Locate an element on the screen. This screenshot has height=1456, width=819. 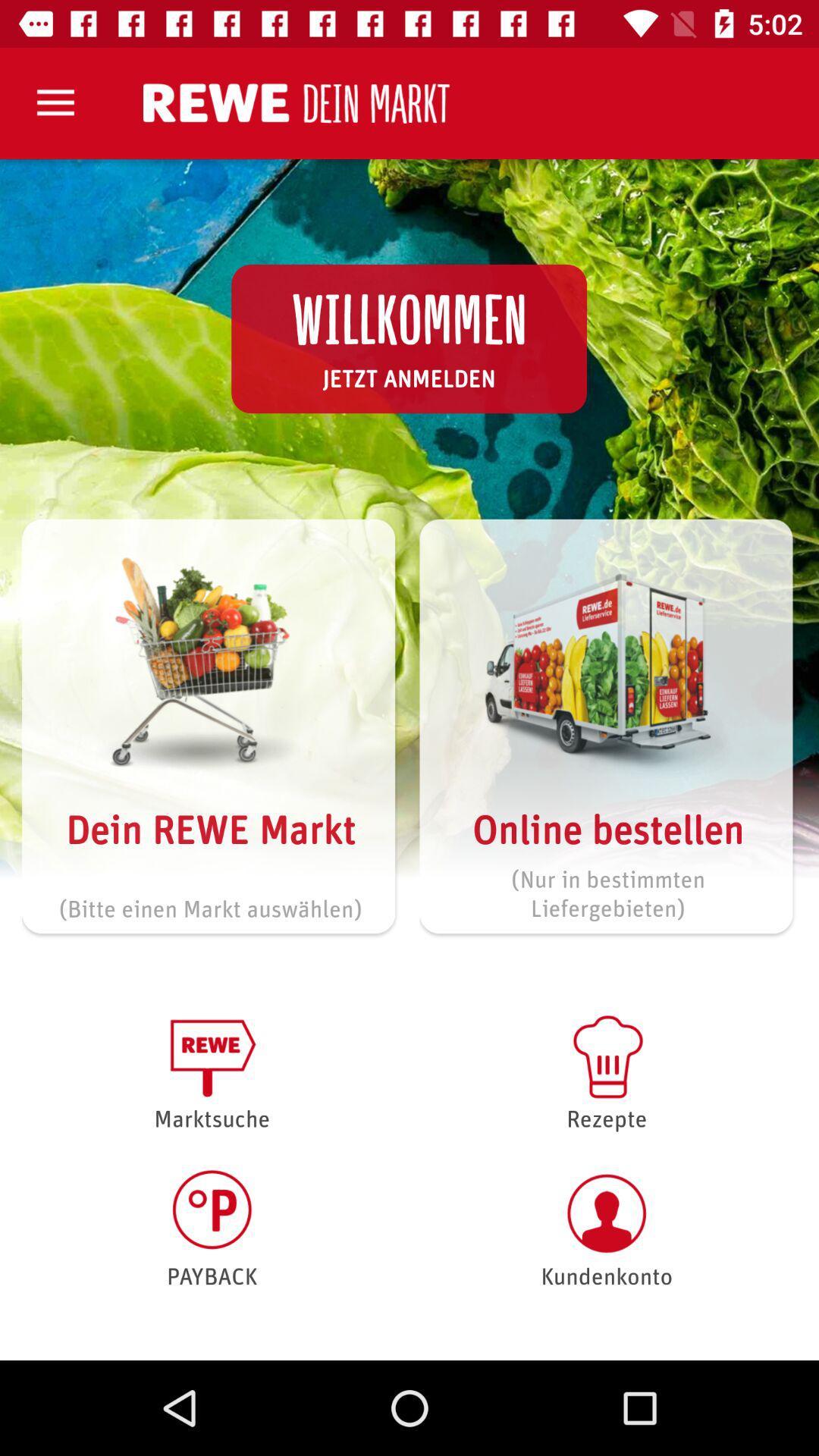
the item below marktsuche icon is located at coordinates (212, 1228).